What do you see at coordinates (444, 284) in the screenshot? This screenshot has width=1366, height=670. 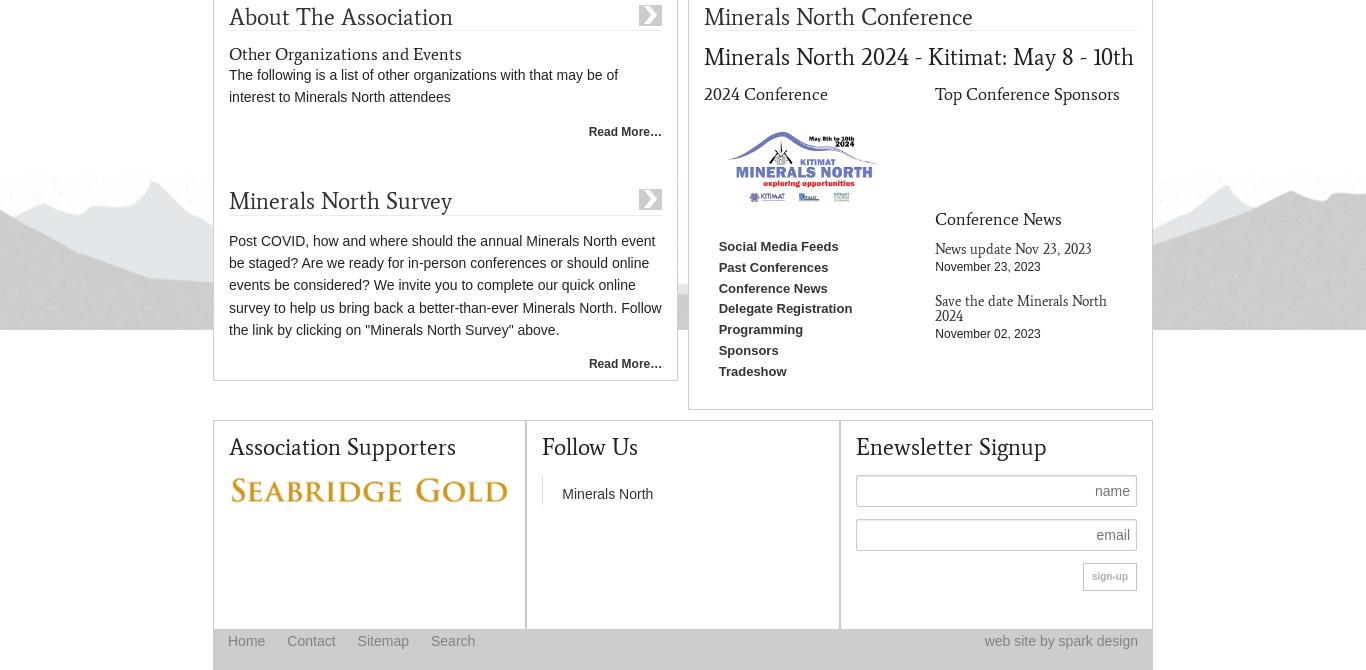 I see `'Post COVID, how and where should the annual Minerals North event be staged? Are we ready for in-person conferences or should online events be considered? We invite you to complete our quick online survey to help us bring back a better-than-ever Minerals North. Follow the link by clicking on "Minerals North Survey" above.'` at bounding box center [444, 284].